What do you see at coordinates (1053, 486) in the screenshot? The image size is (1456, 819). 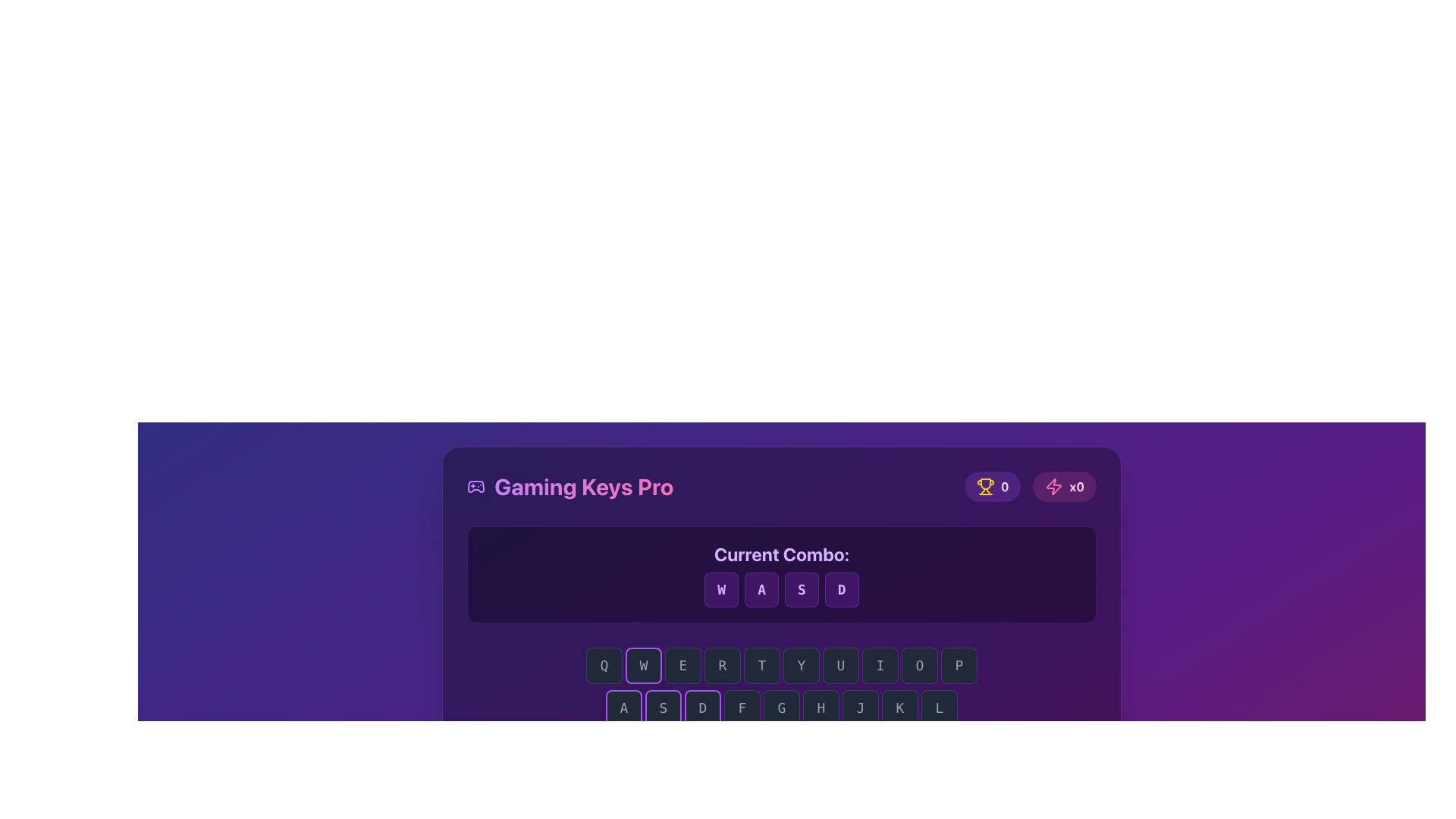 I see `the pink lightning bolt icon located in the top-right corner of the interface` at bounding box center [1053, 486].